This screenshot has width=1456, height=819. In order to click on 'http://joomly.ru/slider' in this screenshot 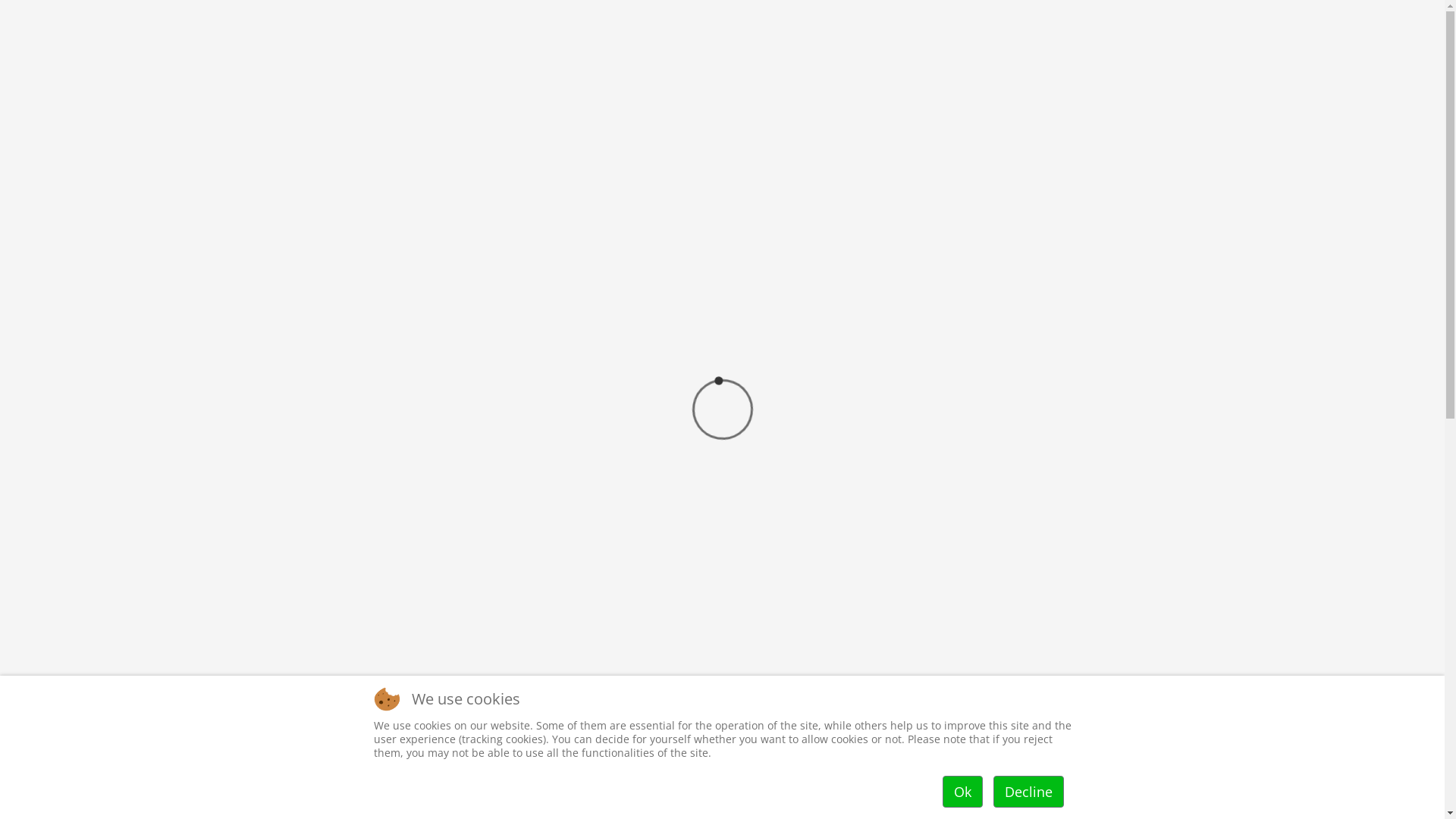, I will do `click(1134, 435)`.